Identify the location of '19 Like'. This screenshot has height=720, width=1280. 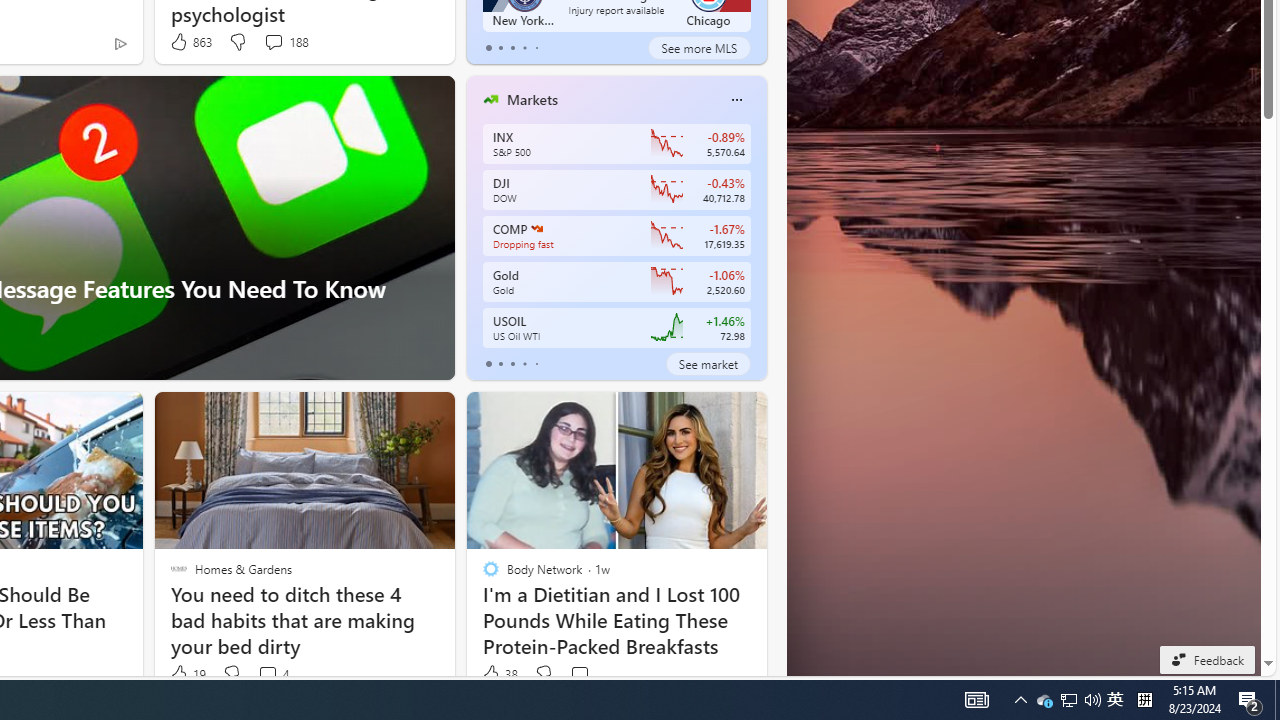
(186, 674).